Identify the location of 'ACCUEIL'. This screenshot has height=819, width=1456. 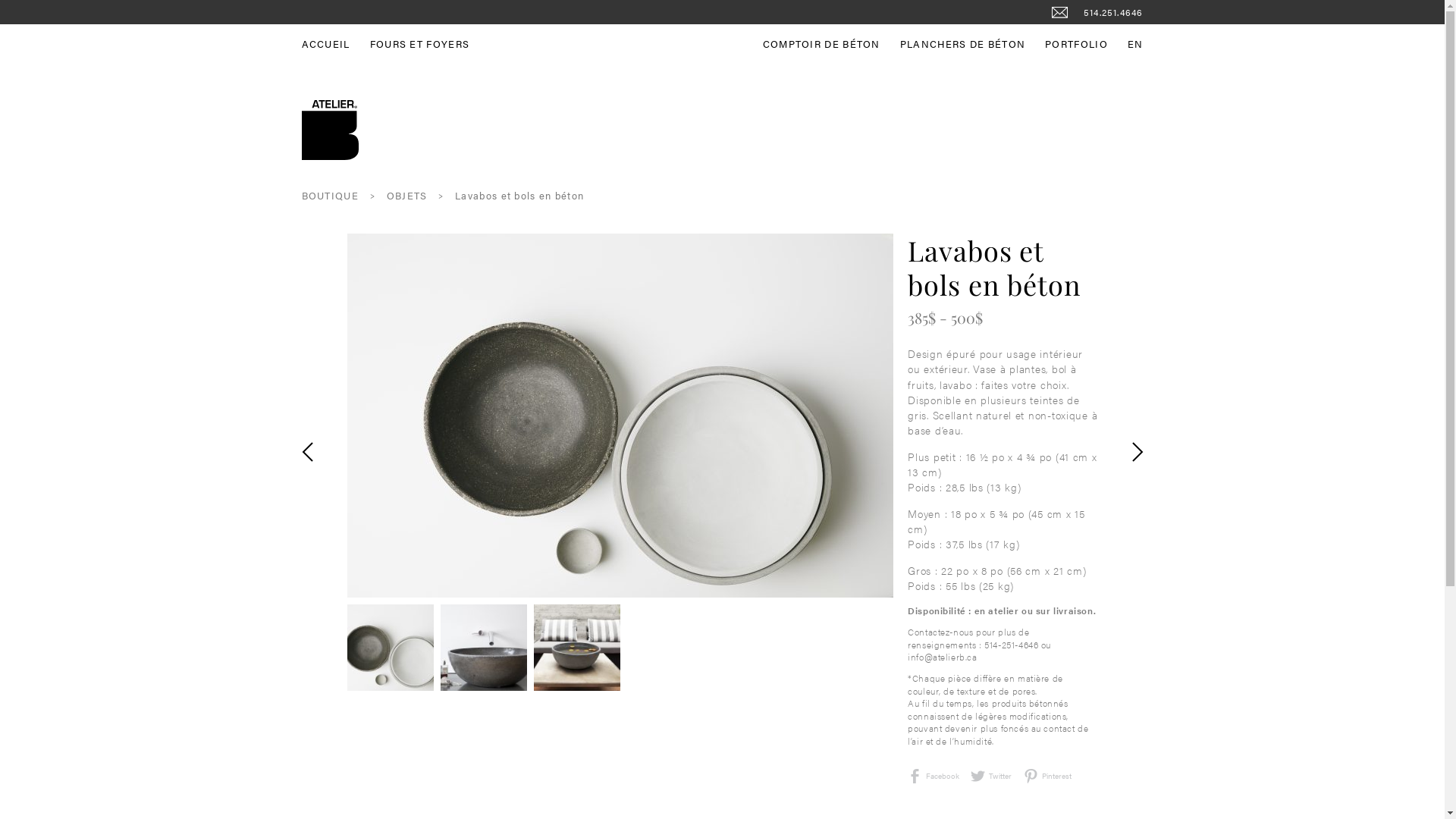
(302, 42).